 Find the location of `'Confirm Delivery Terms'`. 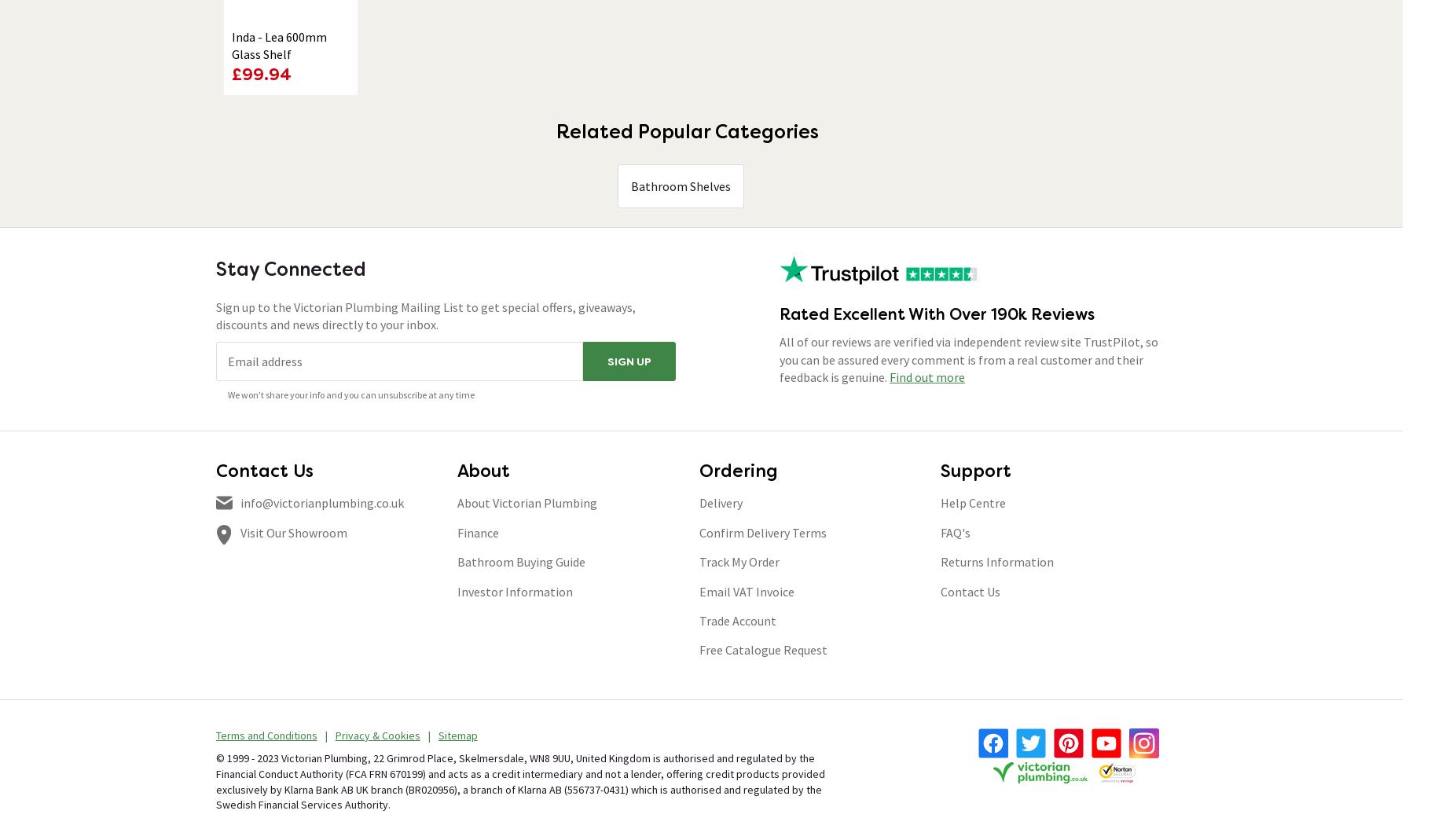

'Confirm Delivery Terms' is located at coordinates (698, 530).